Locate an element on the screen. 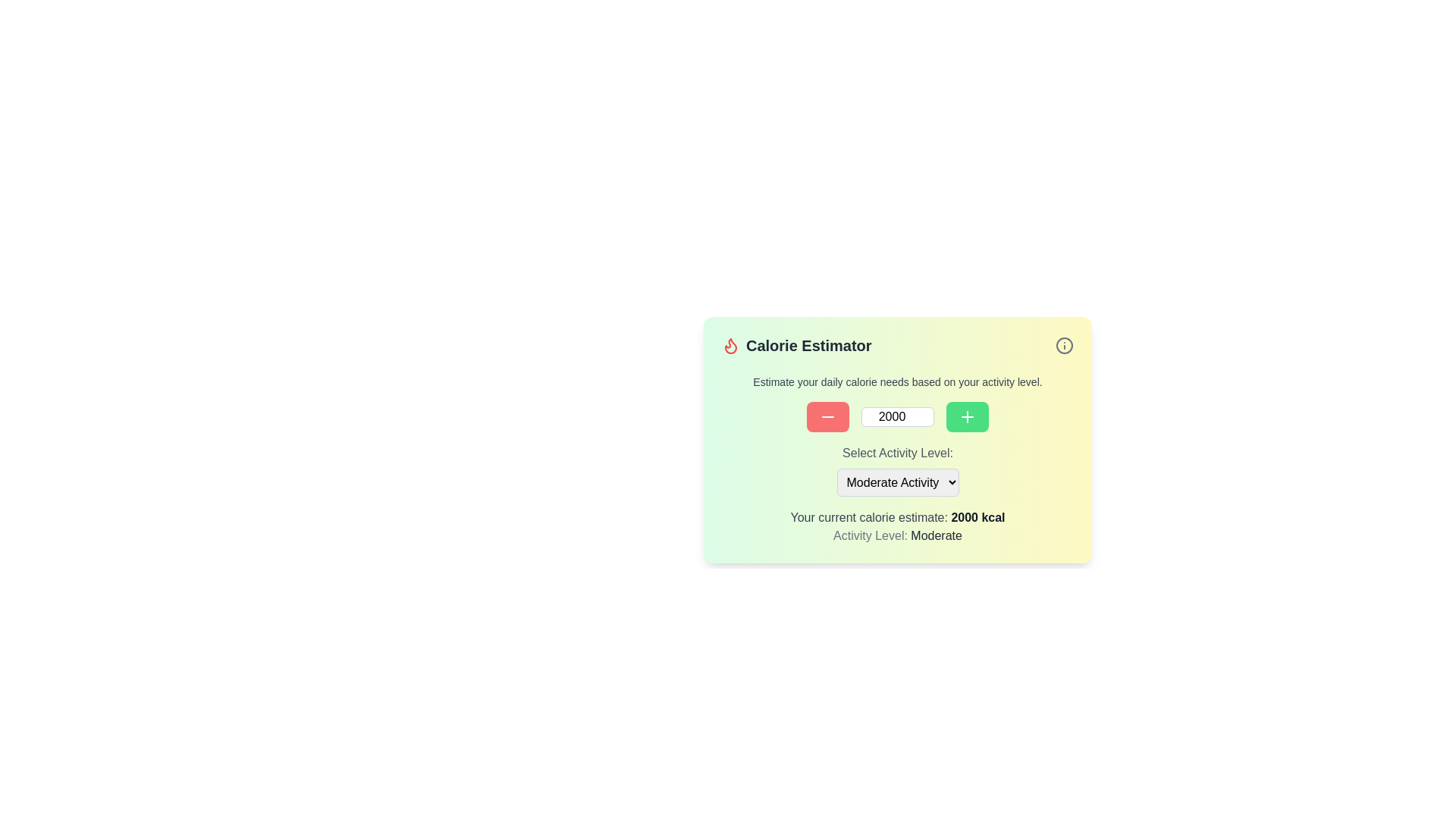  the text element displaying '2000 kcal', which is bold and dark gray, located at the bottom of a card-like UI component on a pale yellow-green gradient background is located at coordinates (978, 516).